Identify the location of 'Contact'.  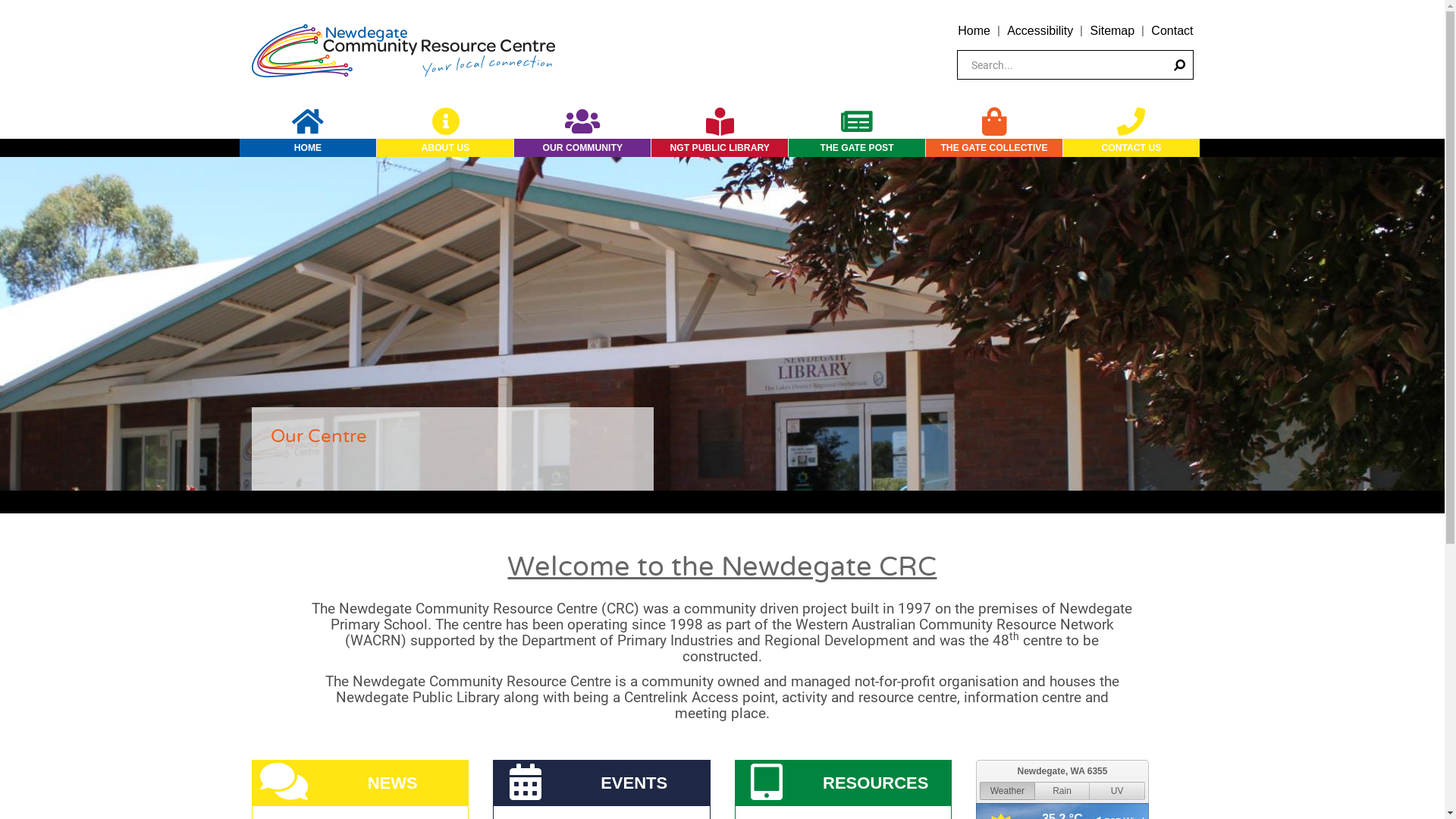
(1171, 30).